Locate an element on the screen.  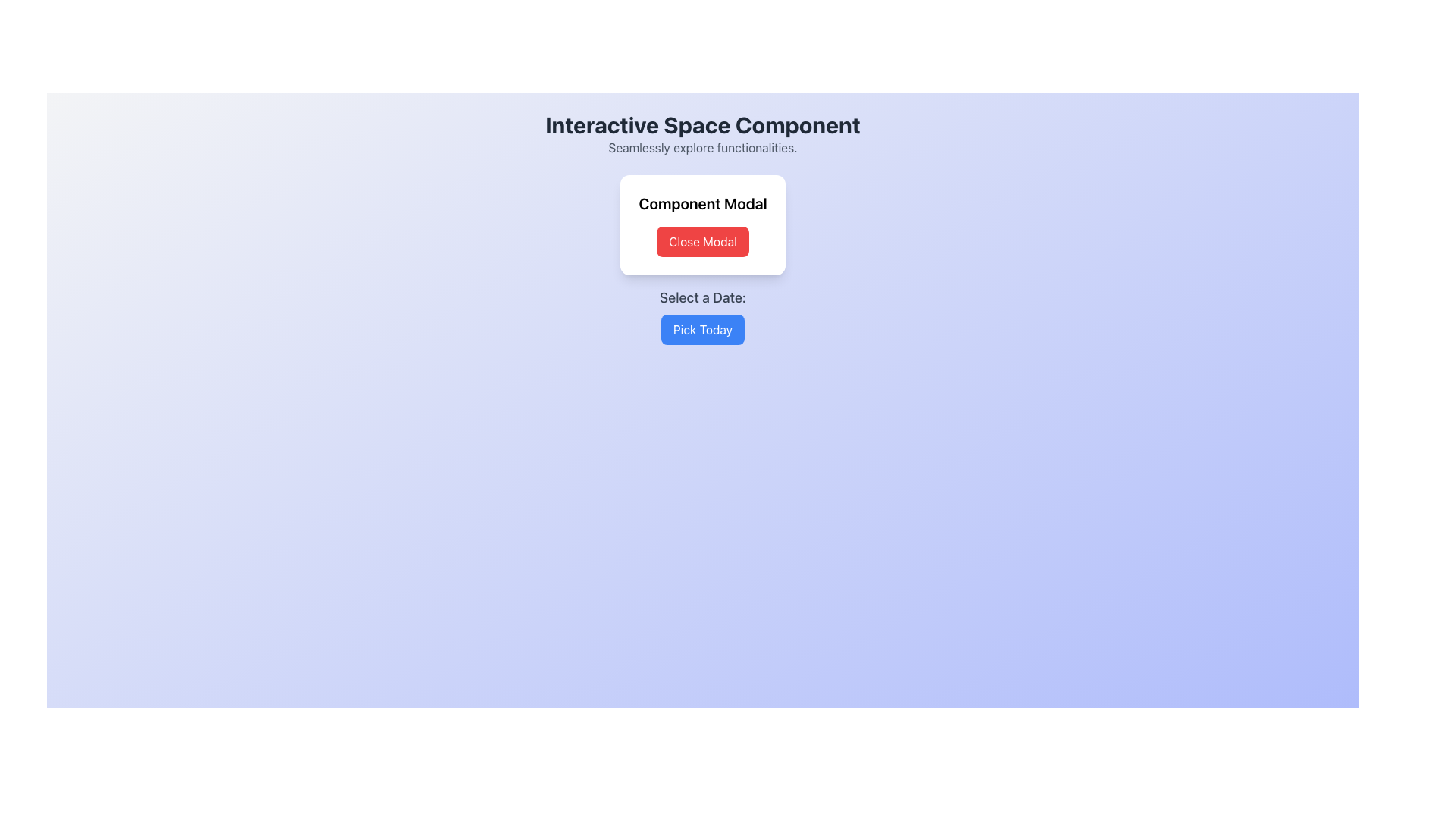
the Modal component titled 'Component Modal' to focus it is located at coordinates (701, 225).